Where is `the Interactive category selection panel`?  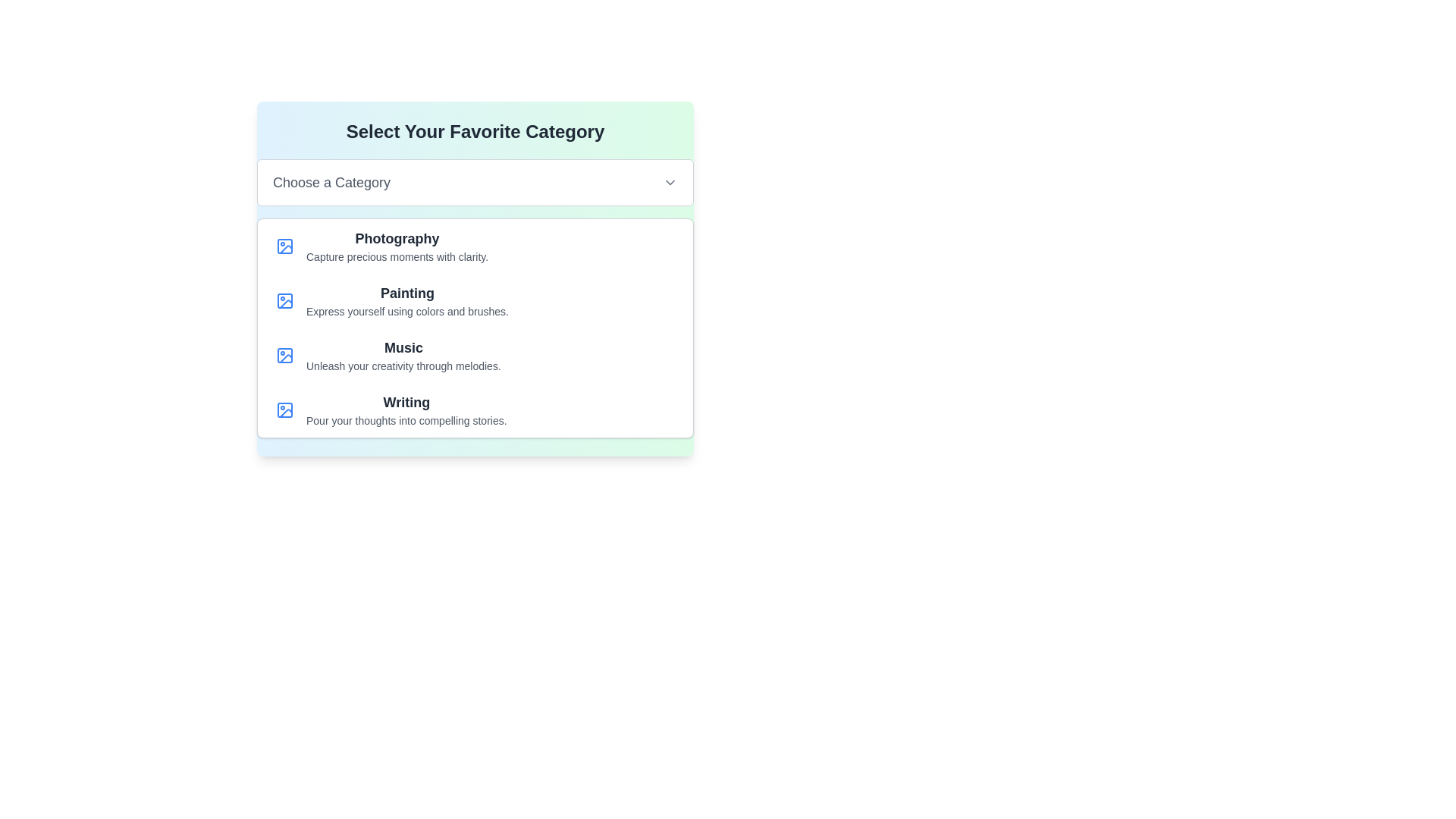
the Interactive category selection panel is located at coordinates (475, 278).